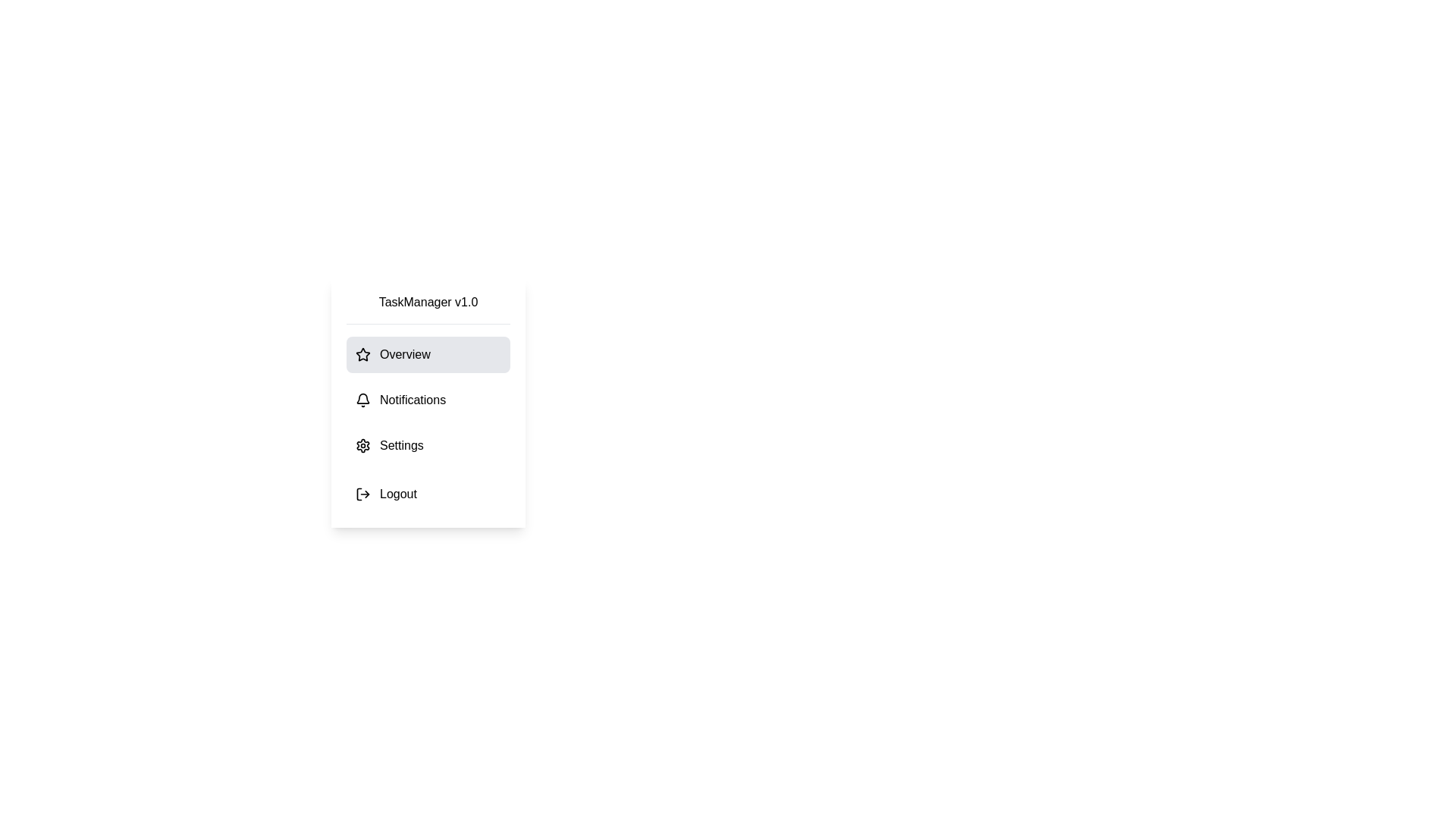 This screenshot has width=1456, height=819. I want to click on the star-shaped icon that is located next, so click(362, 354).